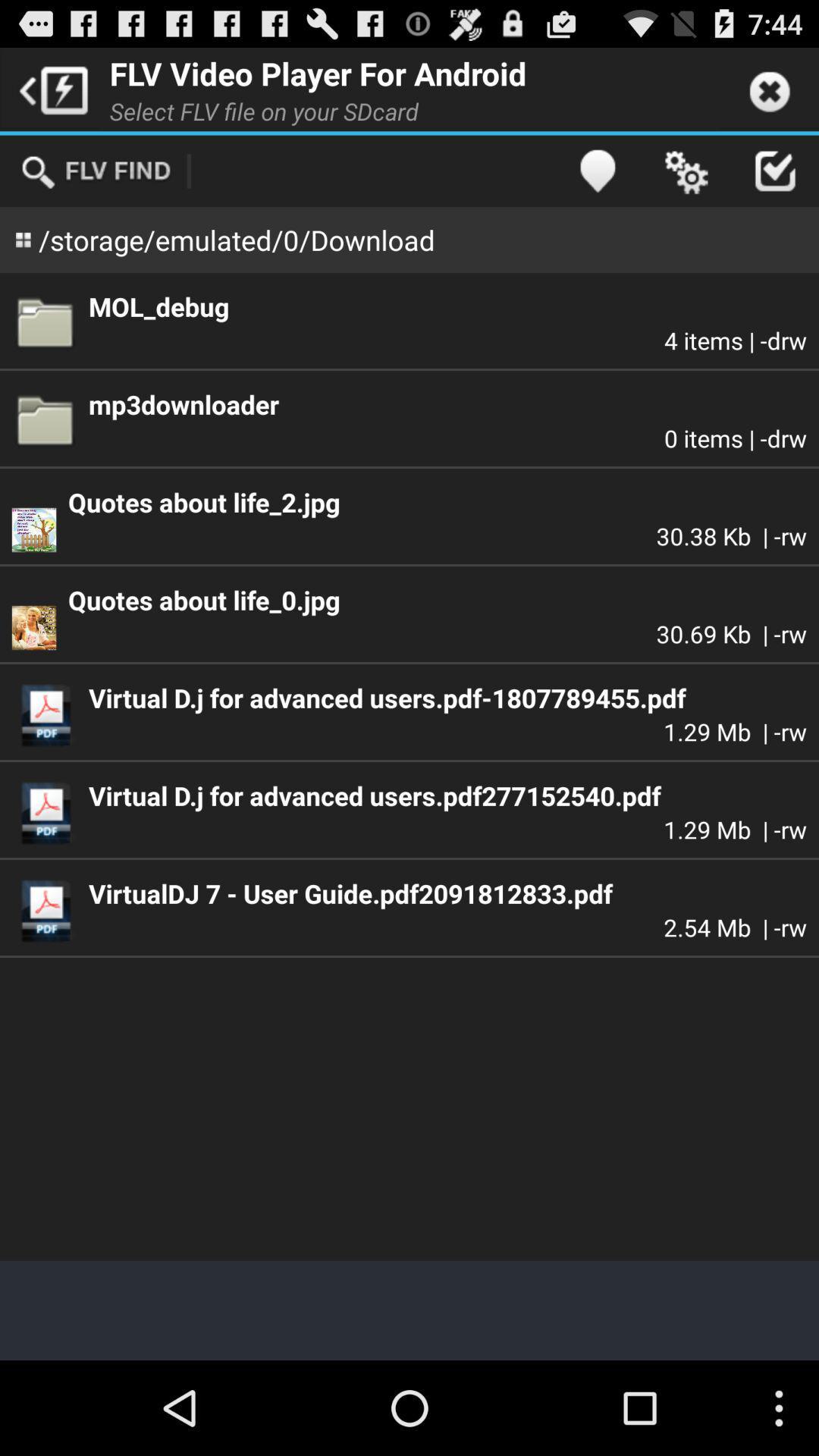  Describe the element at coordinates (447, 404) in the screenshot. I see `the icon above the 0 items | -drw app` at that location.